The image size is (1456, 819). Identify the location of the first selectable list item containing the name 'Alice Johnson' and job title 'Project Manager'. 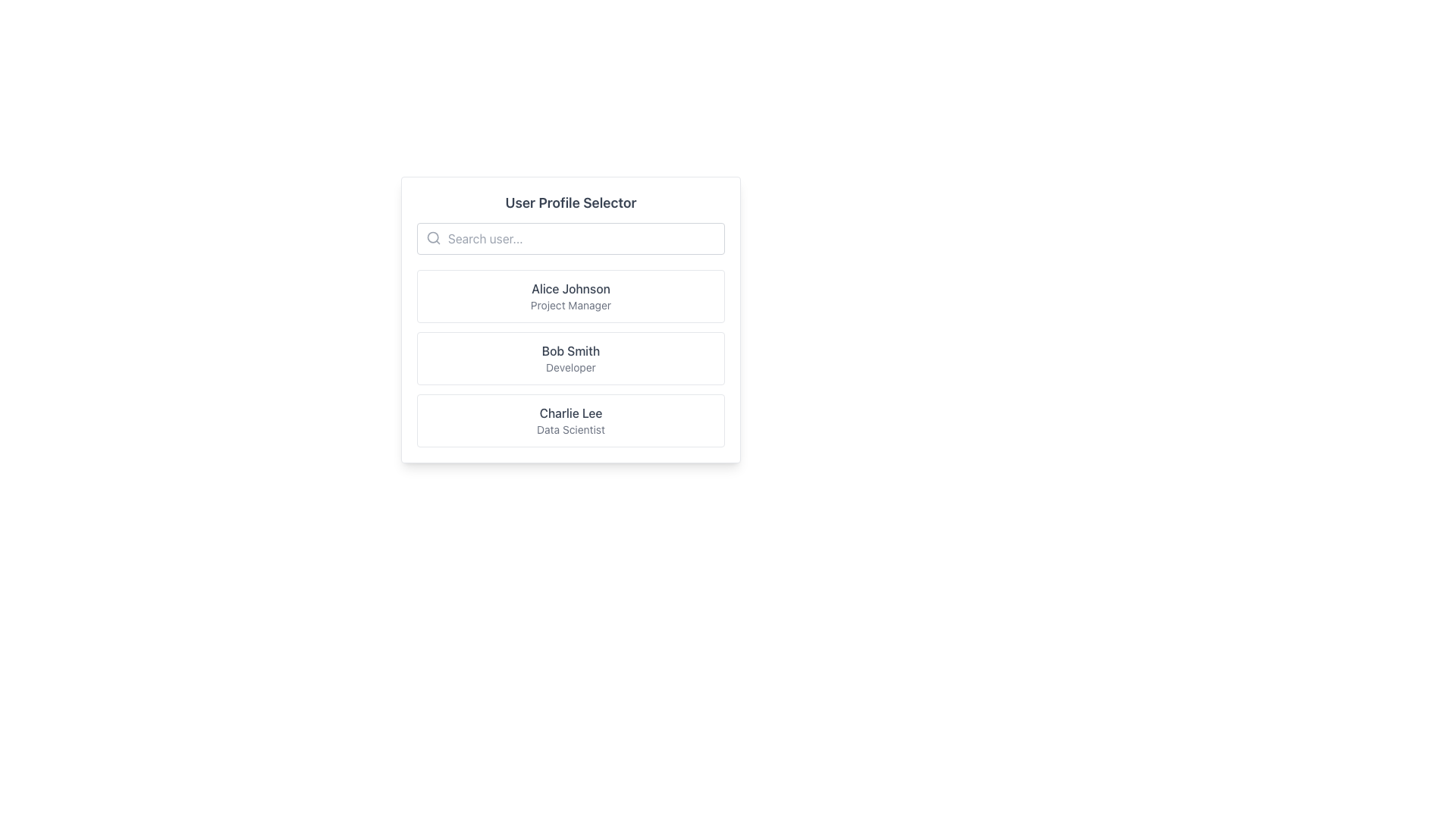
(570, 296).